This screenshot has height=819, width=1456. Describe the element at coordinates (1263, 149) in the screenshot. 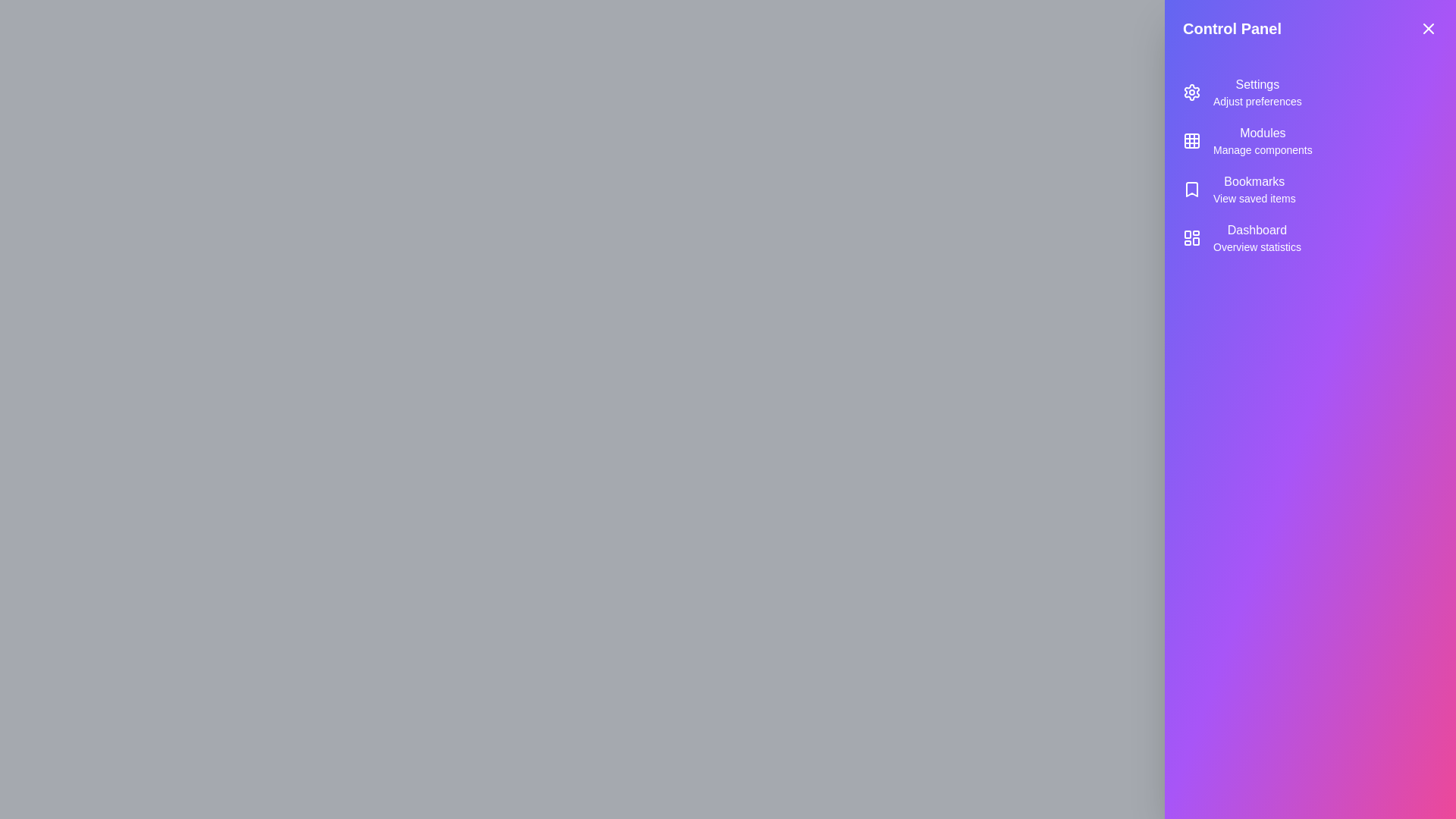

I see `the descriptive text label located directly below the 'Modules' label in the right-side panel` at that location.